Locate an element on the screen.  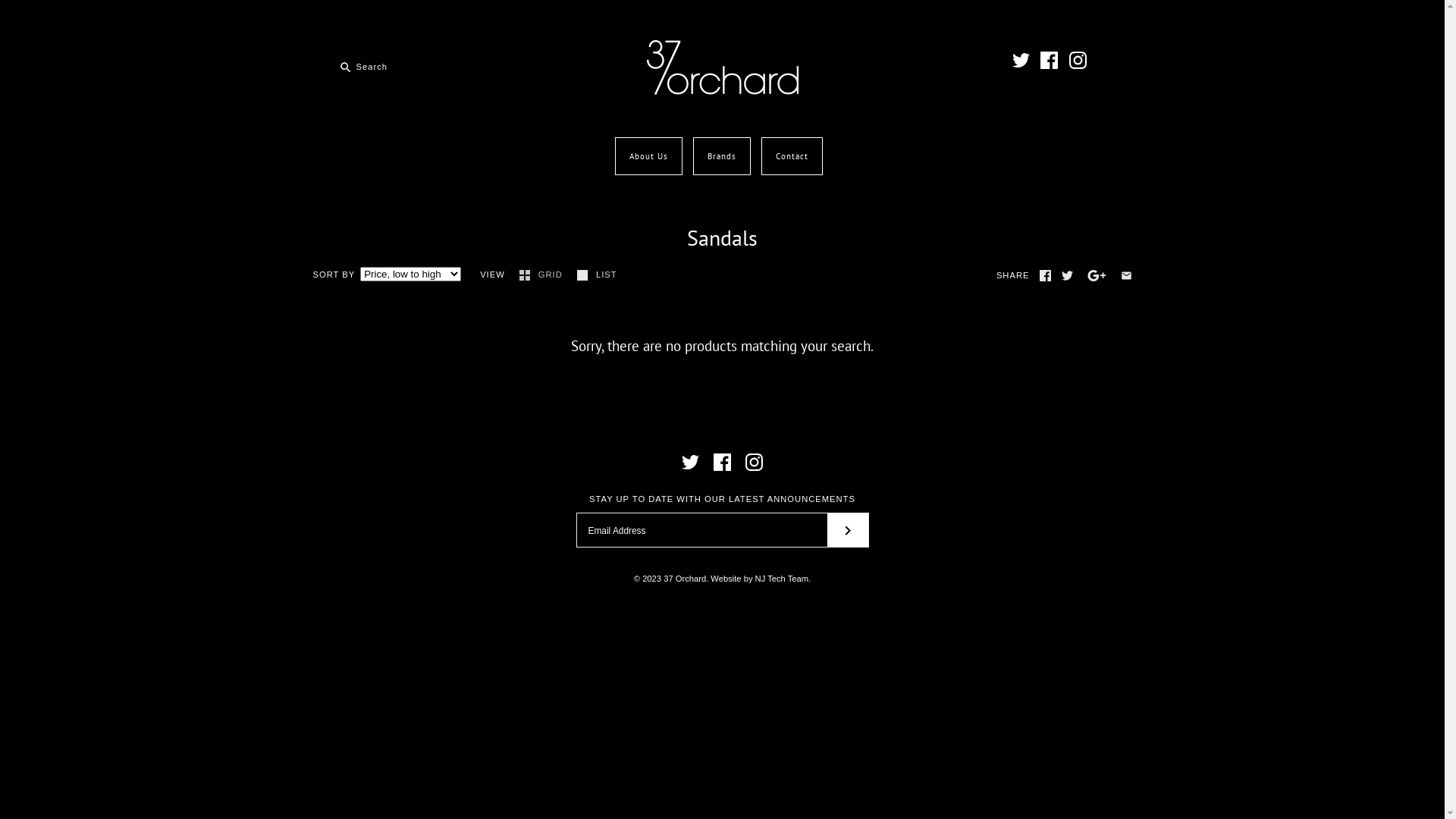
'37 Orchard' is located at coordinates (720, 48).